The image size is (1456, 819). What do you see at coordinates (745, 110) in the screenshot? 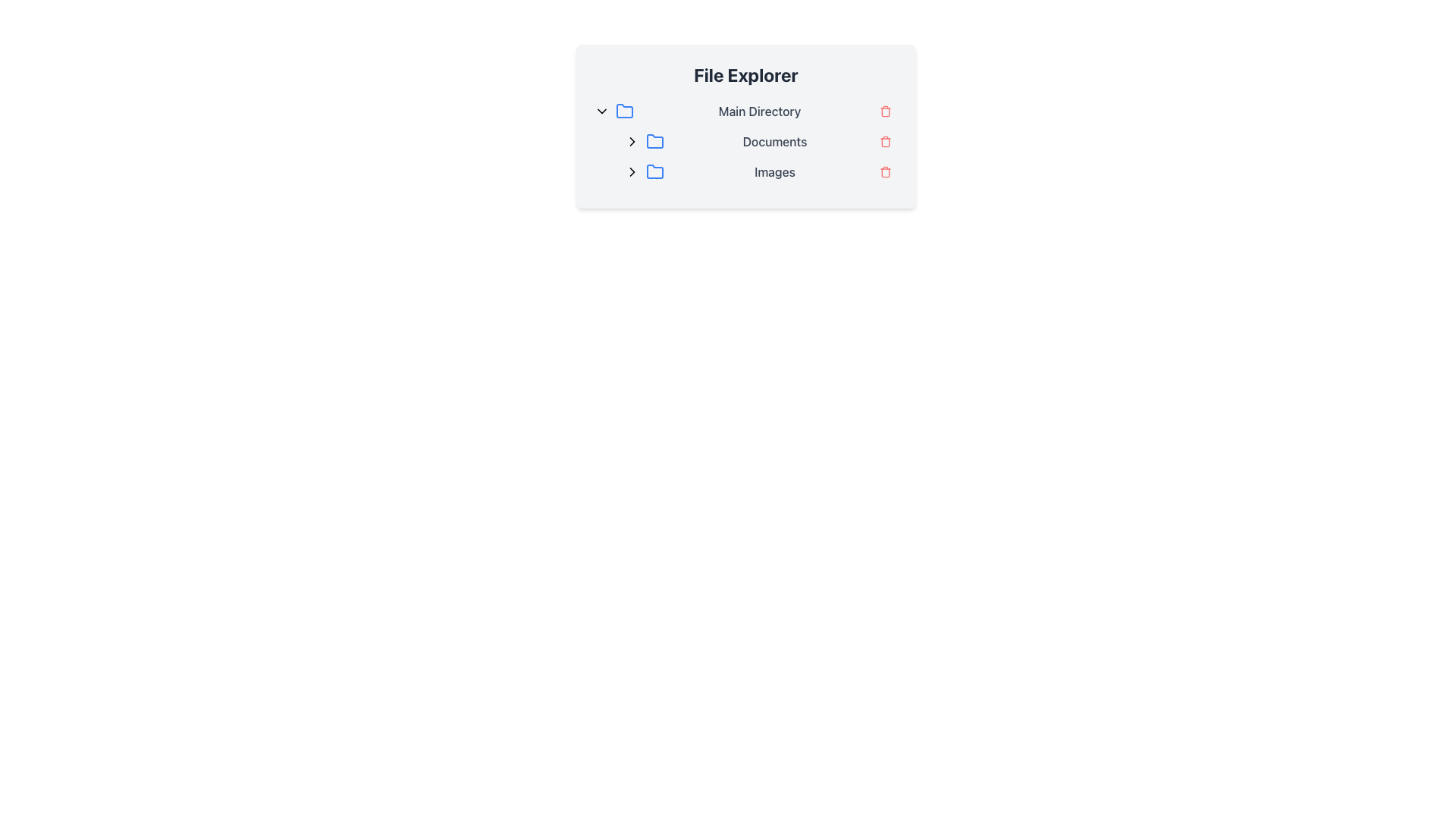
I see `the 'Main Directory' list item` at bounding box center [745, 110].